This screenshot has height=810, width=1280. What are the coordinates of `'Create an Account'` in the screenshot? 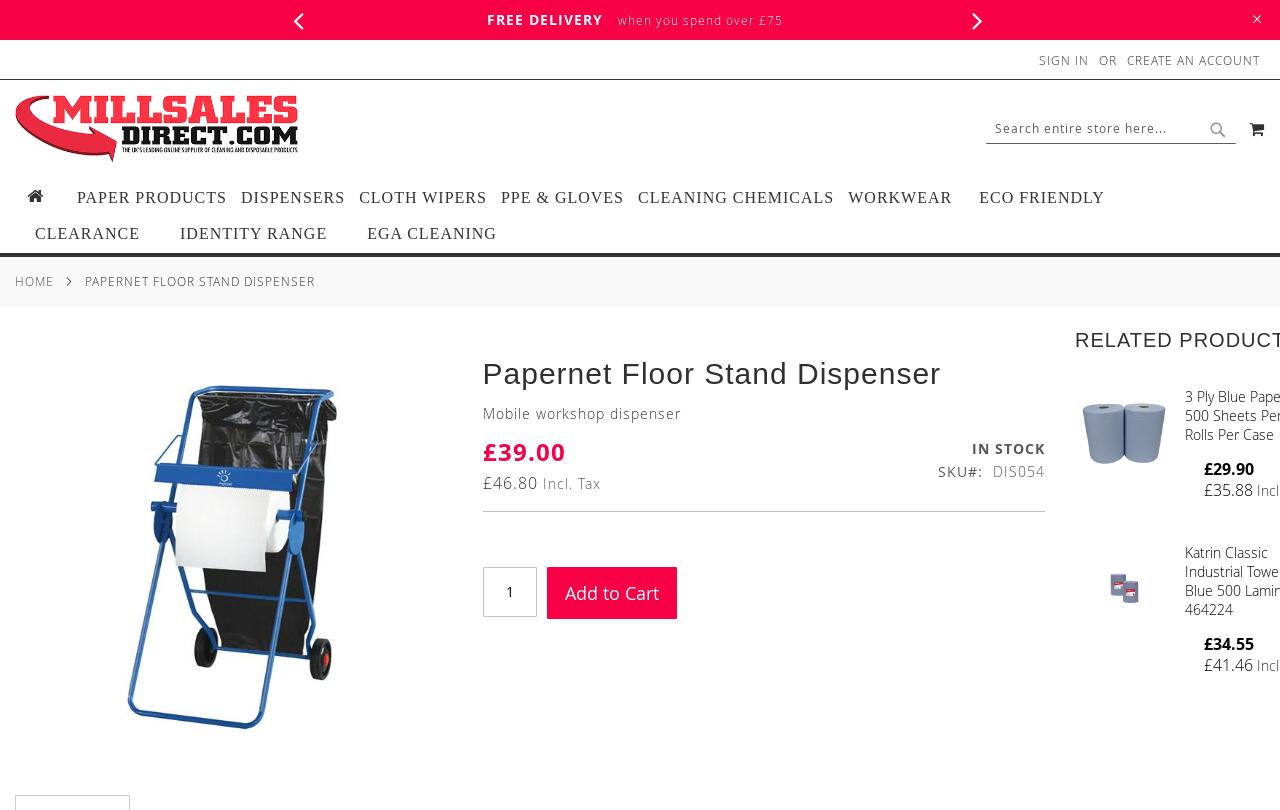 It's located at (1127, 60).